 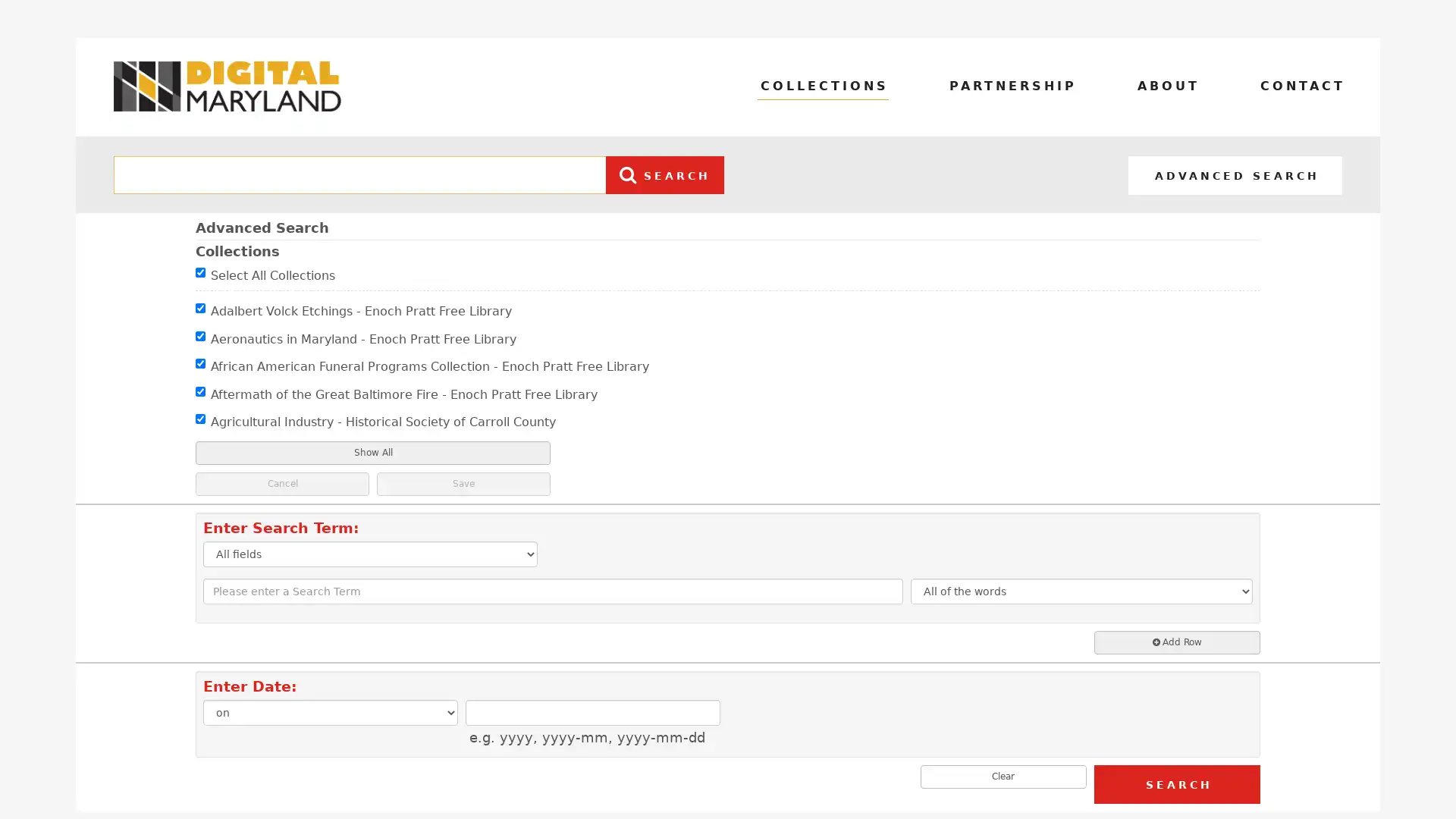 What do you see at coordinates (1175, 642) in the screenshot?
I see `Add Row` at bounding box center [1175, 642].